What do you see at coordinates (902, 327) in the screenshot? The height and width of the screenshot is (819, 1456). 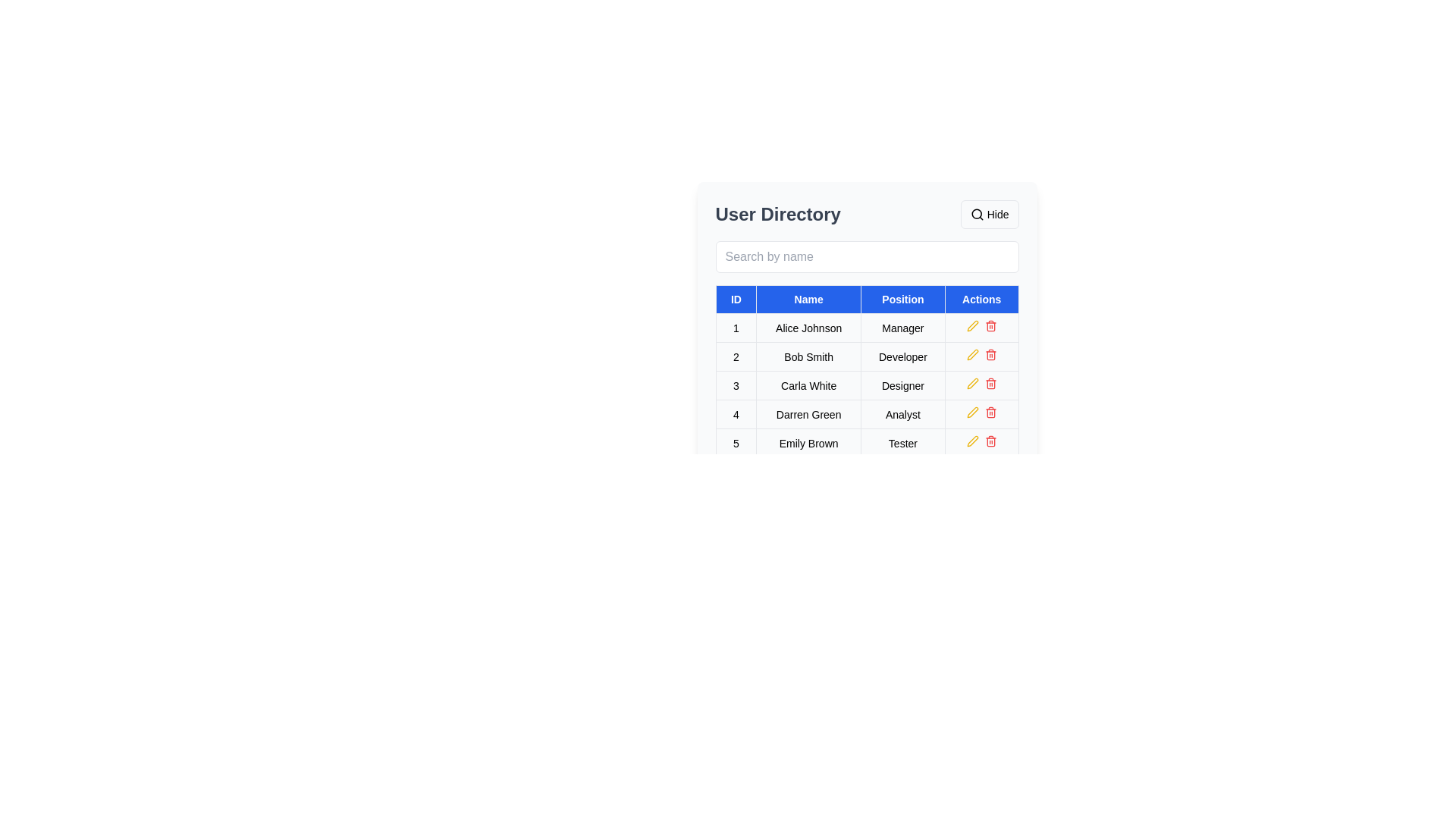 I see `the 'Manager' label in the third column of the first row under the 'Position' column in the table for 'Alice Johnson'` at bounding box center [902, 327].